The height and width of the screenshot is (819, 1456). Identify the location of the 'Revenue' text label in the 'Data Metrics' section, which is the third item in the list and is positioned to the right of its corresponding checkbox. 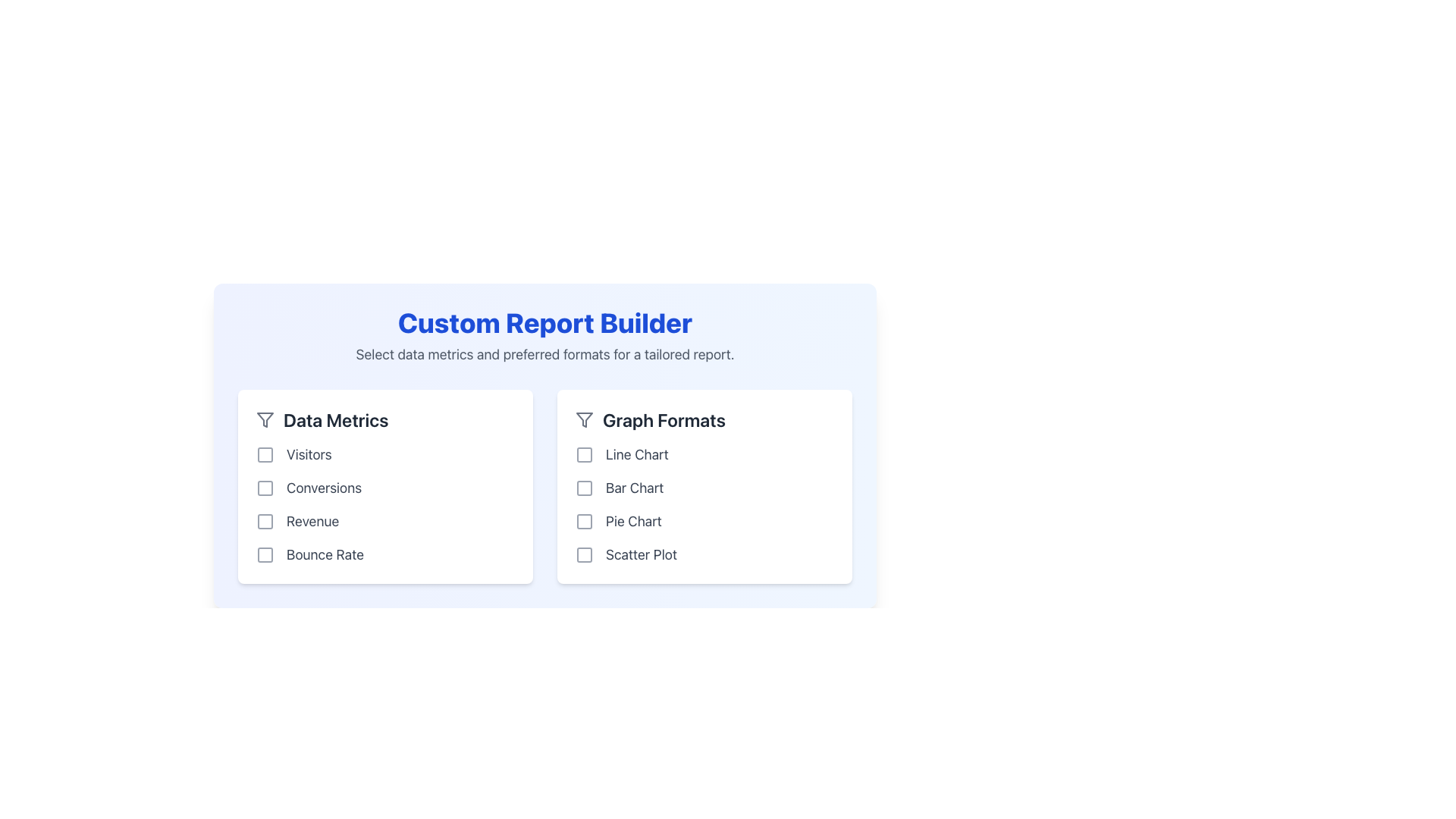
(312, 520).